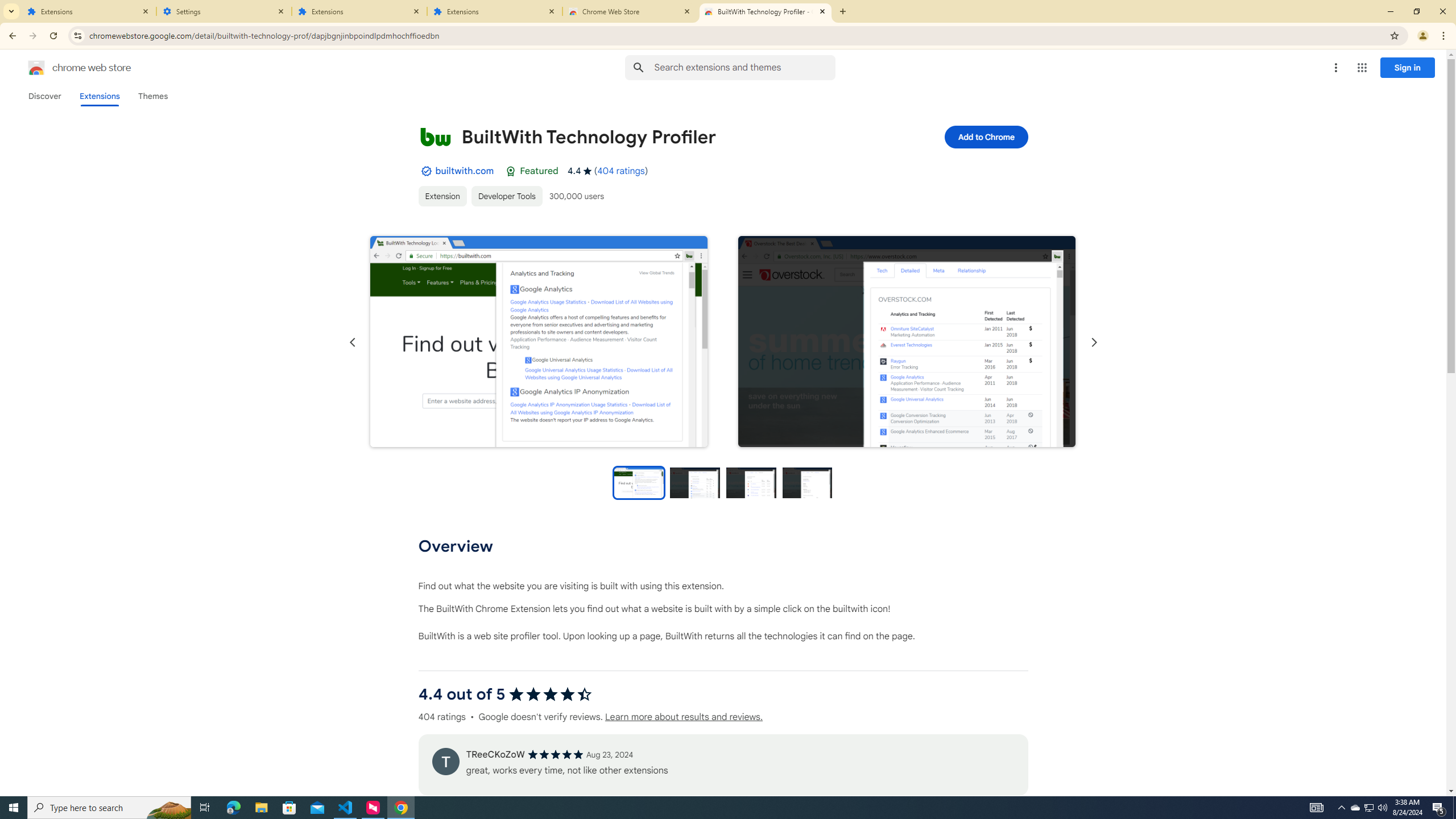 The width and height of the screenshot is (1456, 819). Describe the element at coordinates (445, 760) in the screenshot. I see `'Review'` at that location.